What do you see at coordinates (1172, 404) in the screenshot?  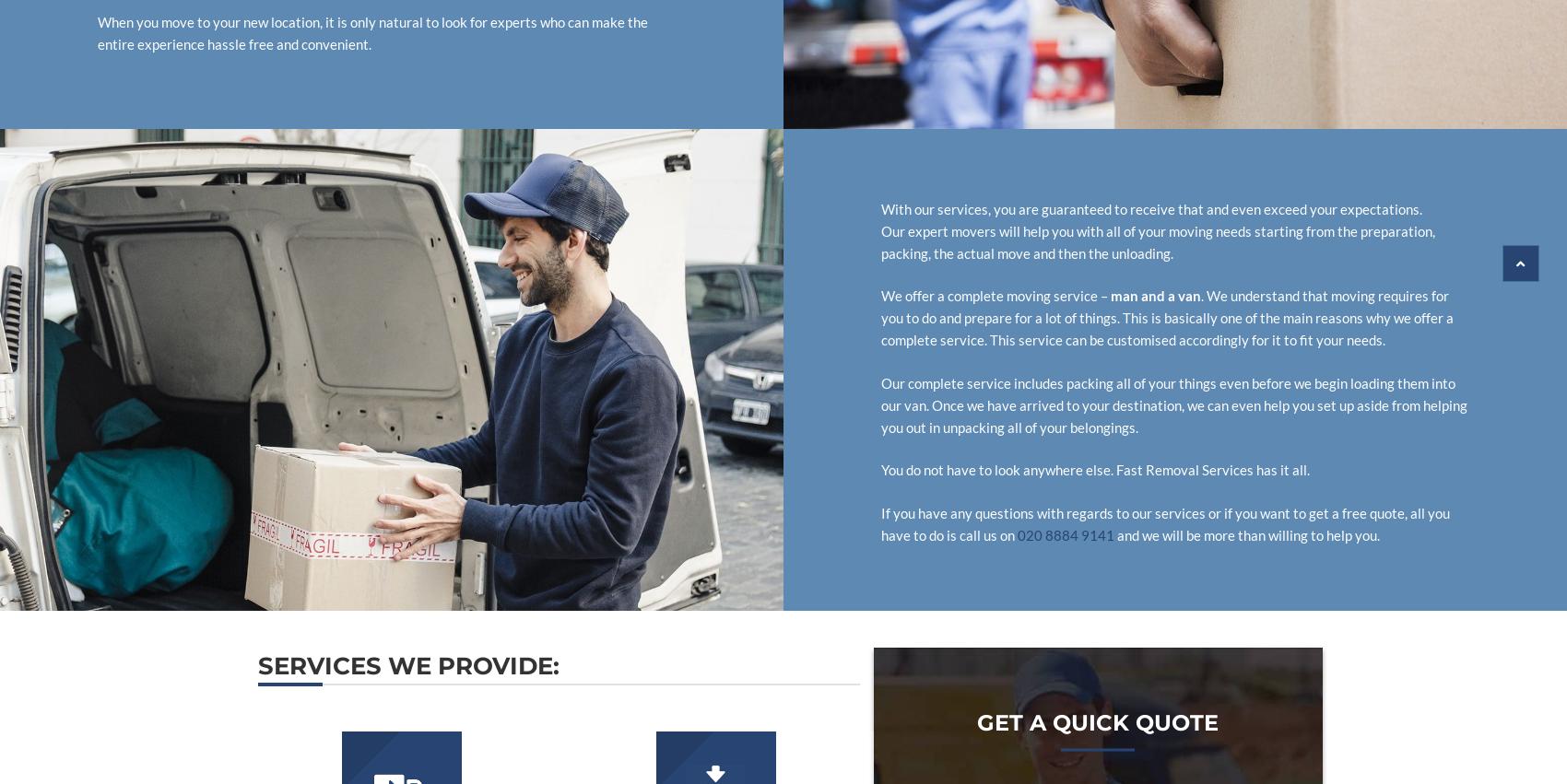 I see `'Our complete service includes packing all of your things even before we begin loading them into our van. Once we have arrived to your destination, we can even help you set up aside from helping you out in unpacking all of your belongings.'` at bounding box center [1172, 404].